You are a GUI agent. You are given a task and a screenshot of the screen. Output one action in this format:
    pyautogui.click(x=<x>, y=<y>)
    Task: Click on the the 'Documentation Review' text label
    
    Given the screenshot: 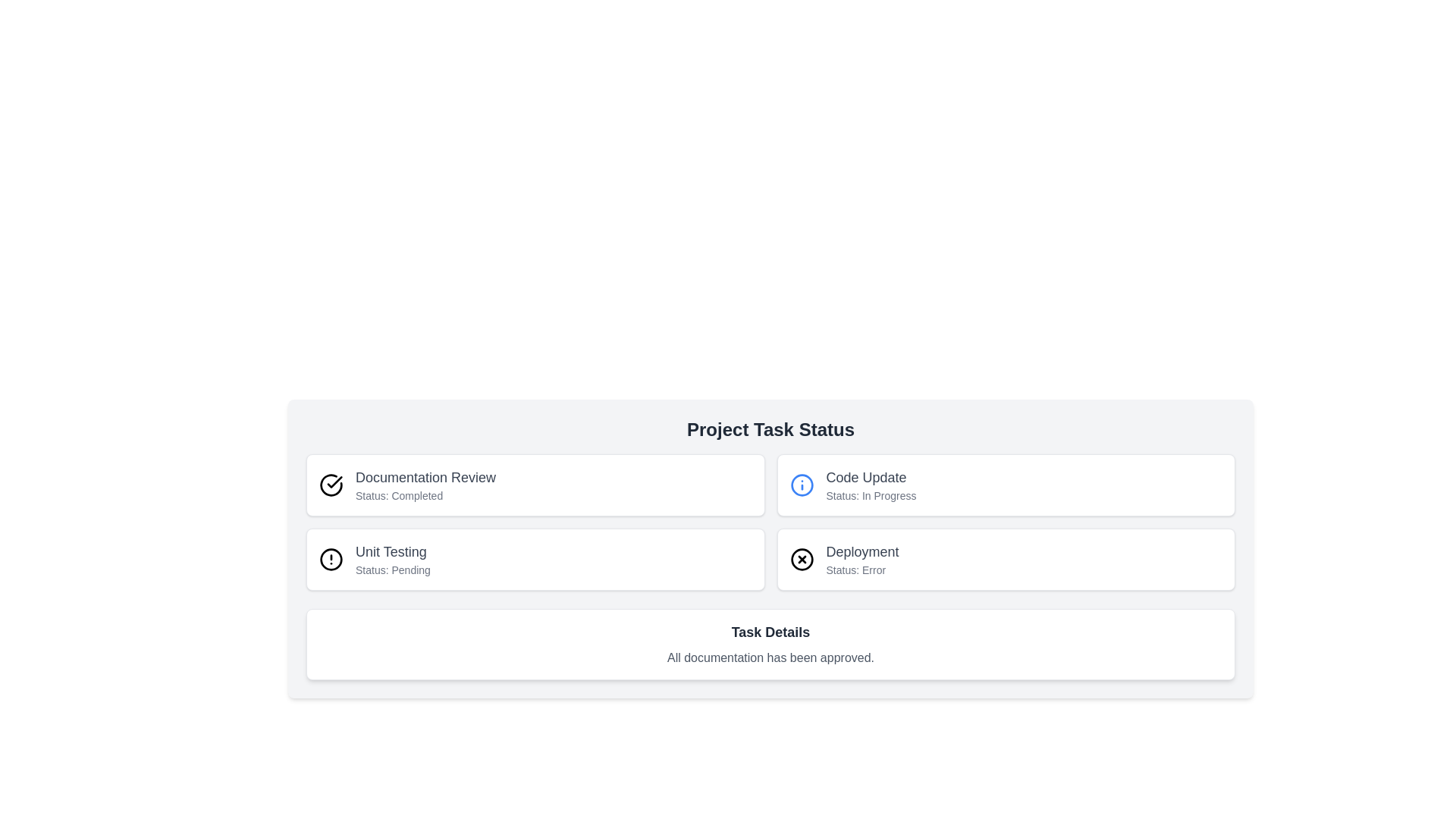 What is the action you would take?
    pyautogui.click(x=425, y=476)
    